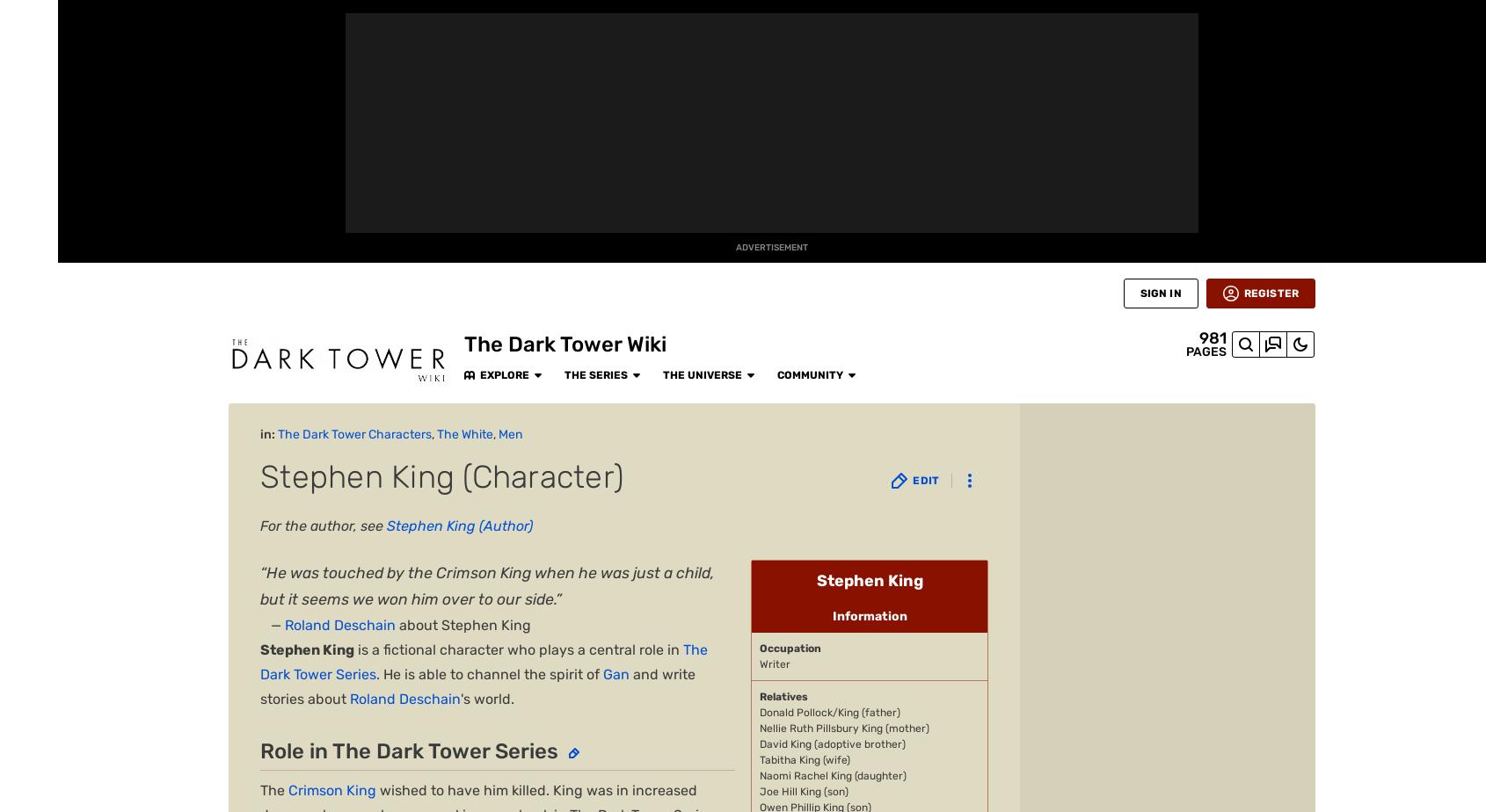  I want to click on 'Fan Central', so click(27, 169).